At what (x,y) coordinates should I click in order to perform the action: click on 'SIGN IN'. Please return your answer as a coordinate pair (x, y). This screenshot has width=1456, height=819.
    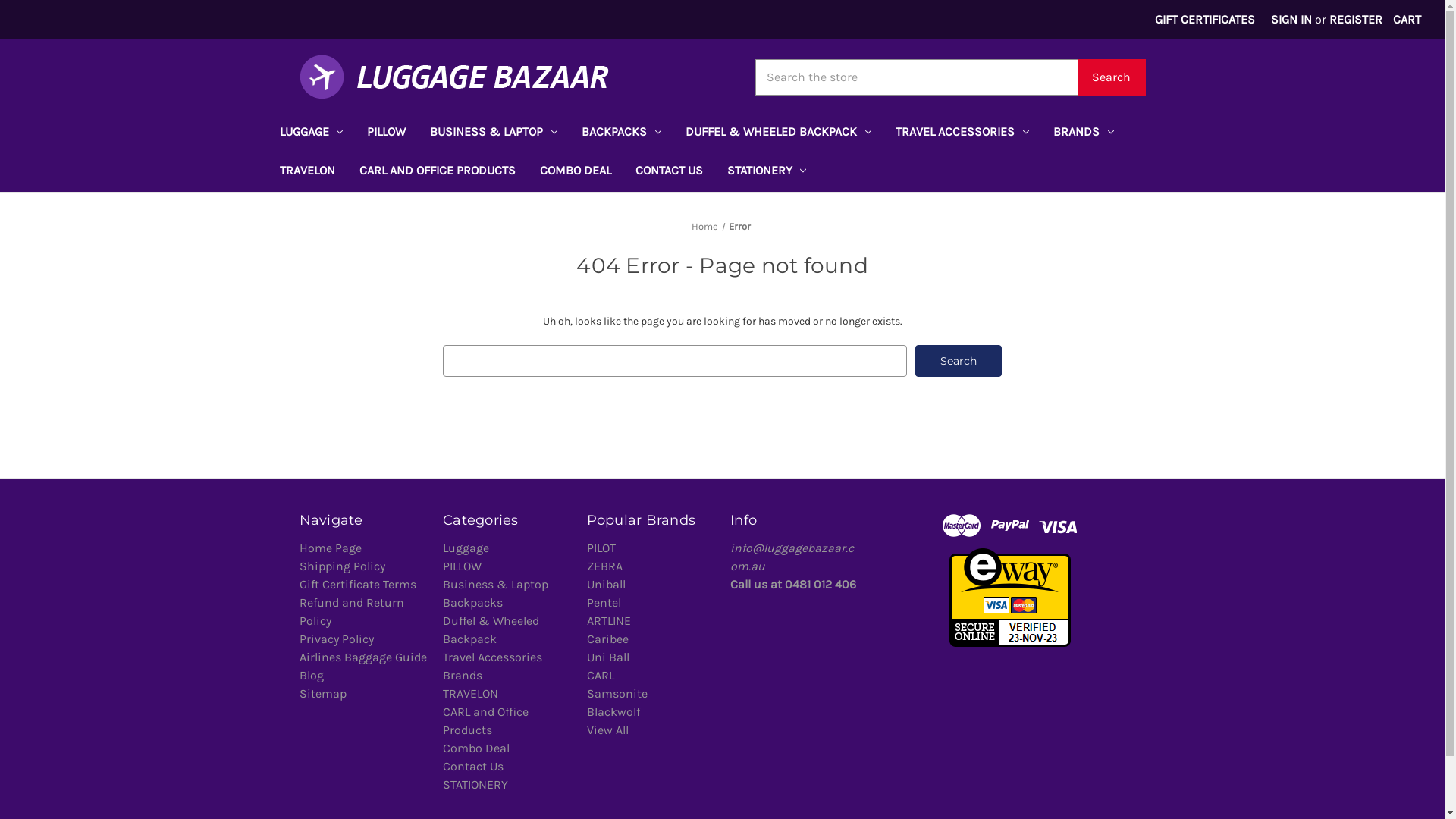
    Looking at the image, I should click on (1291, 20).